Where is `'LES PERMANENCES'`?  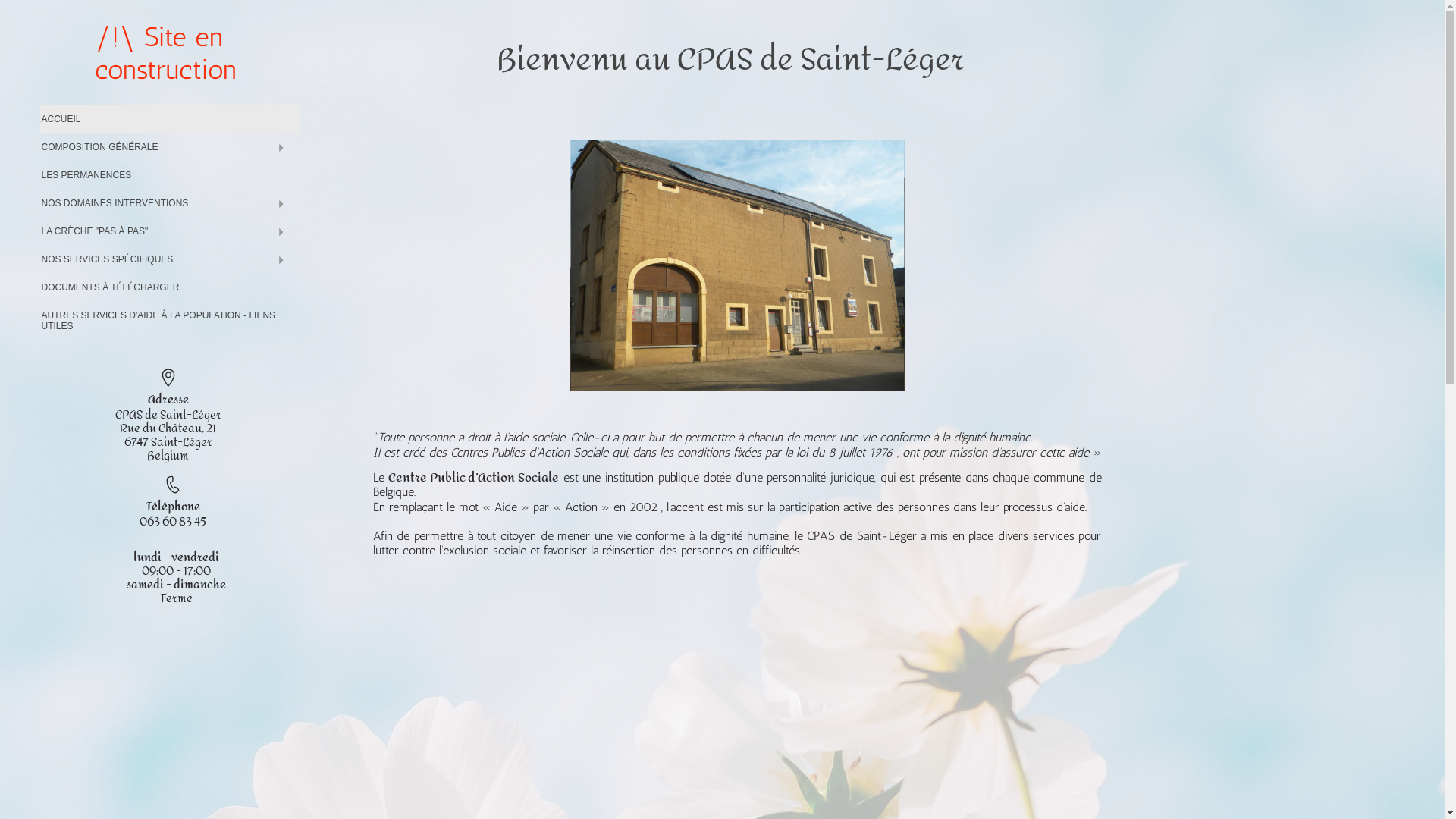
'LES PERMANENCES' is located at coordinates (169, 174).